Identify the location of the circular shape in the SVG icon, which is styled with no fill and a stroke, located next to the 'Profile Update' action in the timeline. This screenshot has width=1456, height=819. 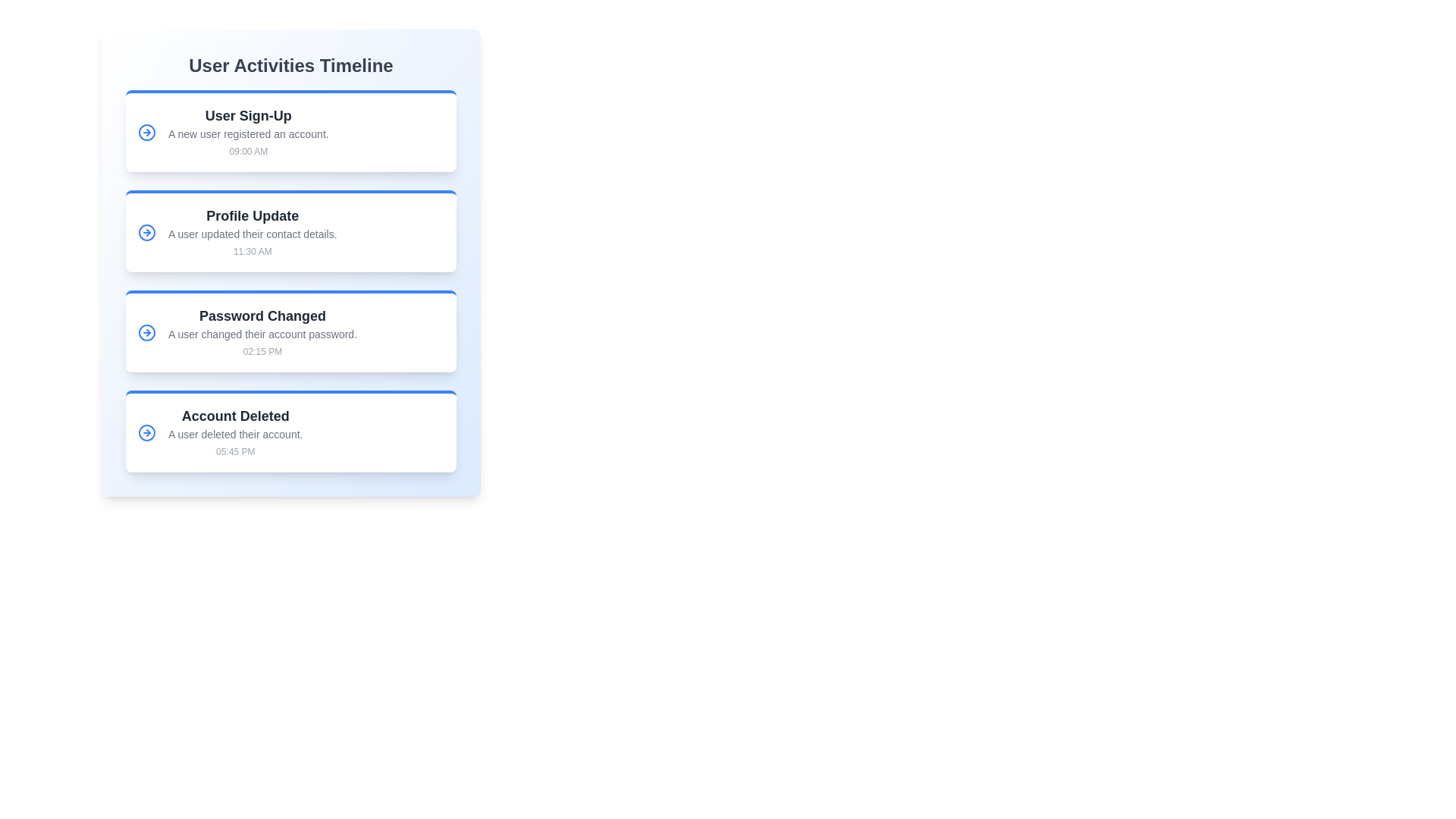
(146, 131).